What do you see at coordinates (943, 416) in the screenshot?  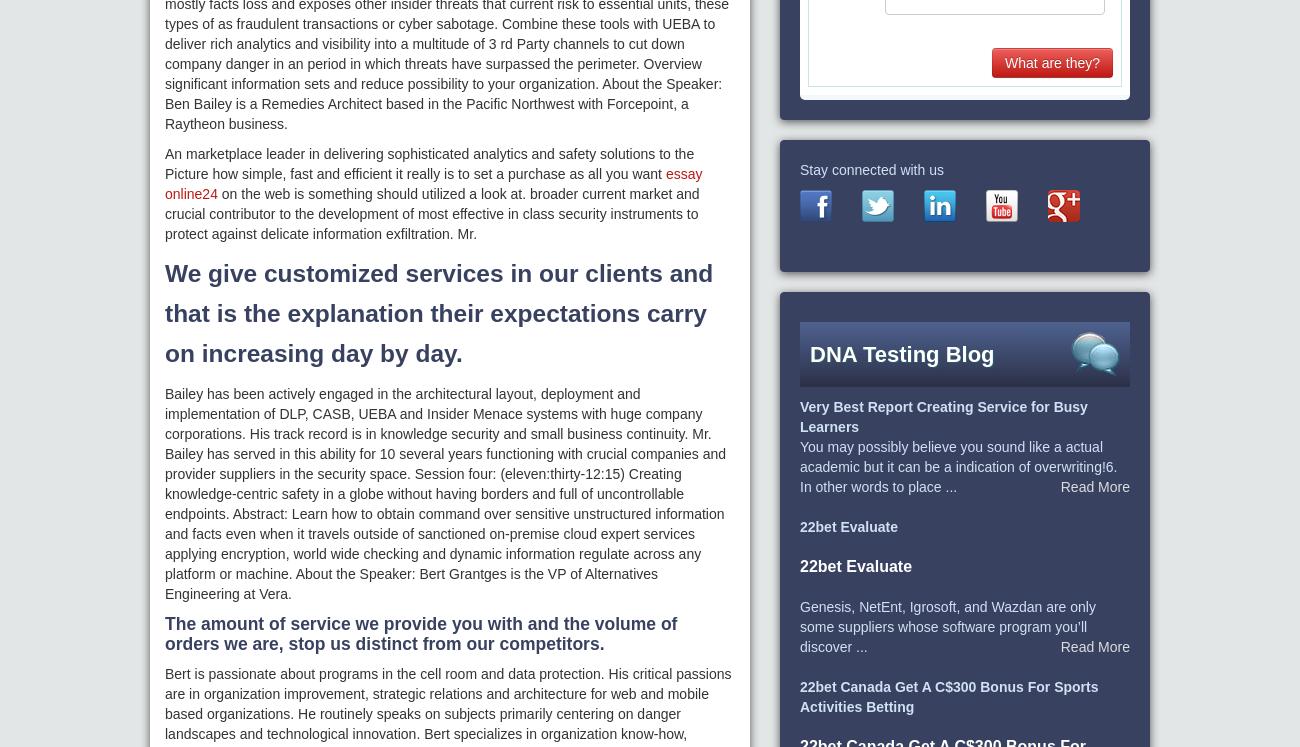 I see `'Very Best Report Creating Service for Busy Learners'` at bounding box center [943, 416].